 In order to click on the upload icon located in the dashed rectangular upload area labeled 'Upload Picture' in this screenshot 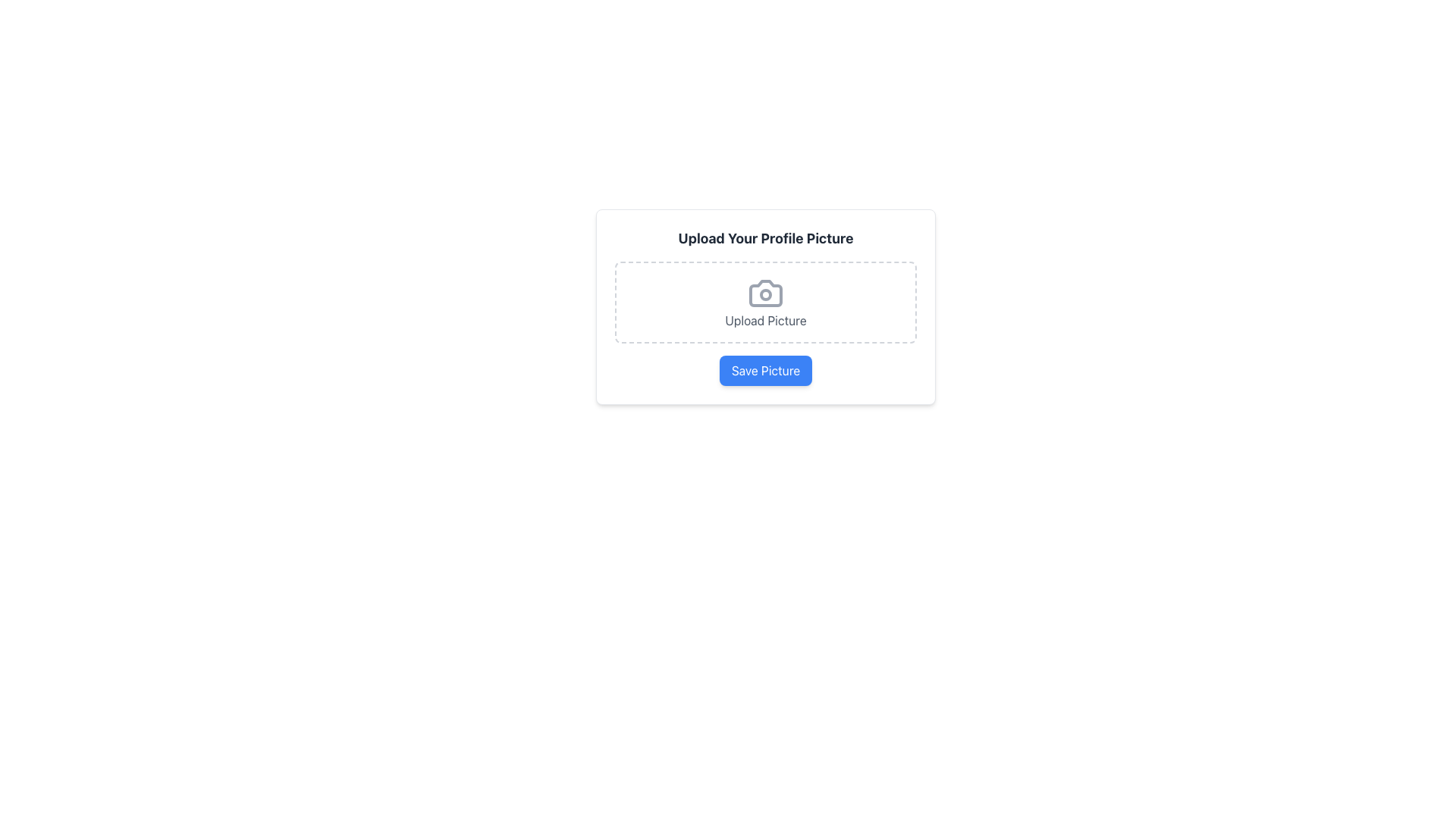, I will do `click(765, 293)`.